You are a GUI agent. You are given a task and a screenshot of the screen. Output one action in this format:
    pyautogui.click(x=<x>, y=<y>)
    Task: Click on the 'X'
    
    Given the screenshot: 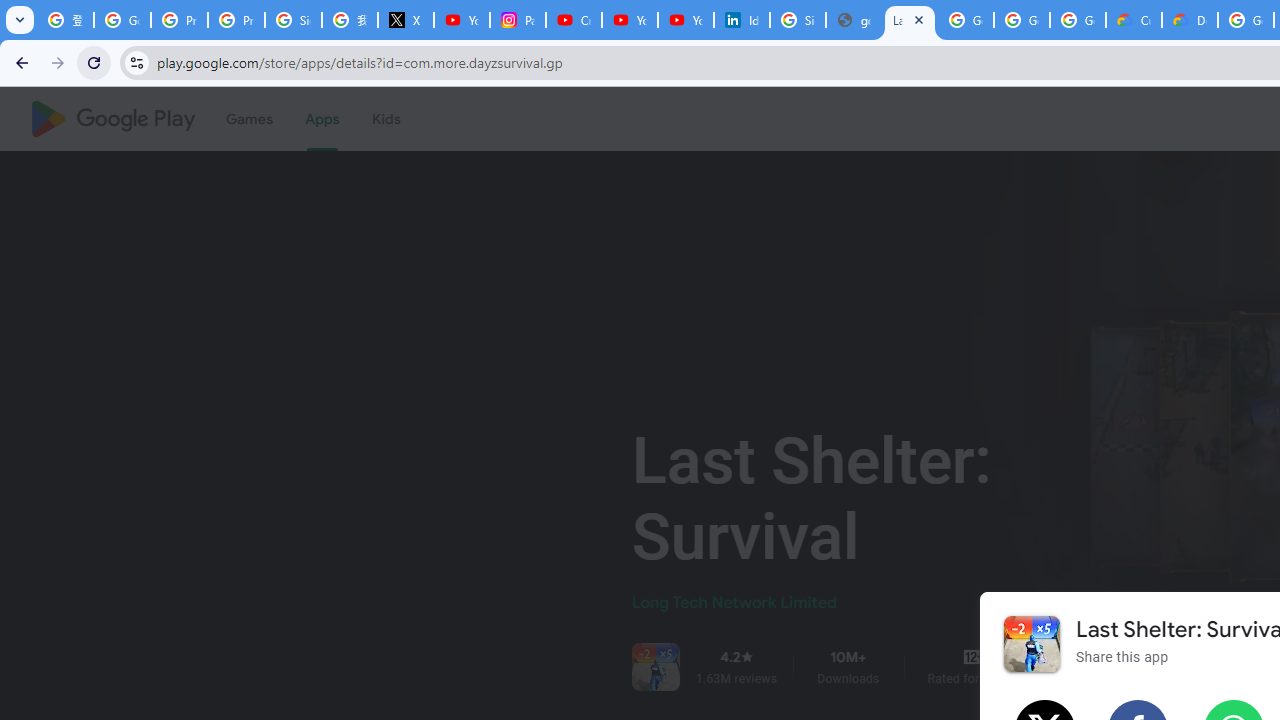 What is the action you would take?
    pyautogui.click(x=404, y=20)
    